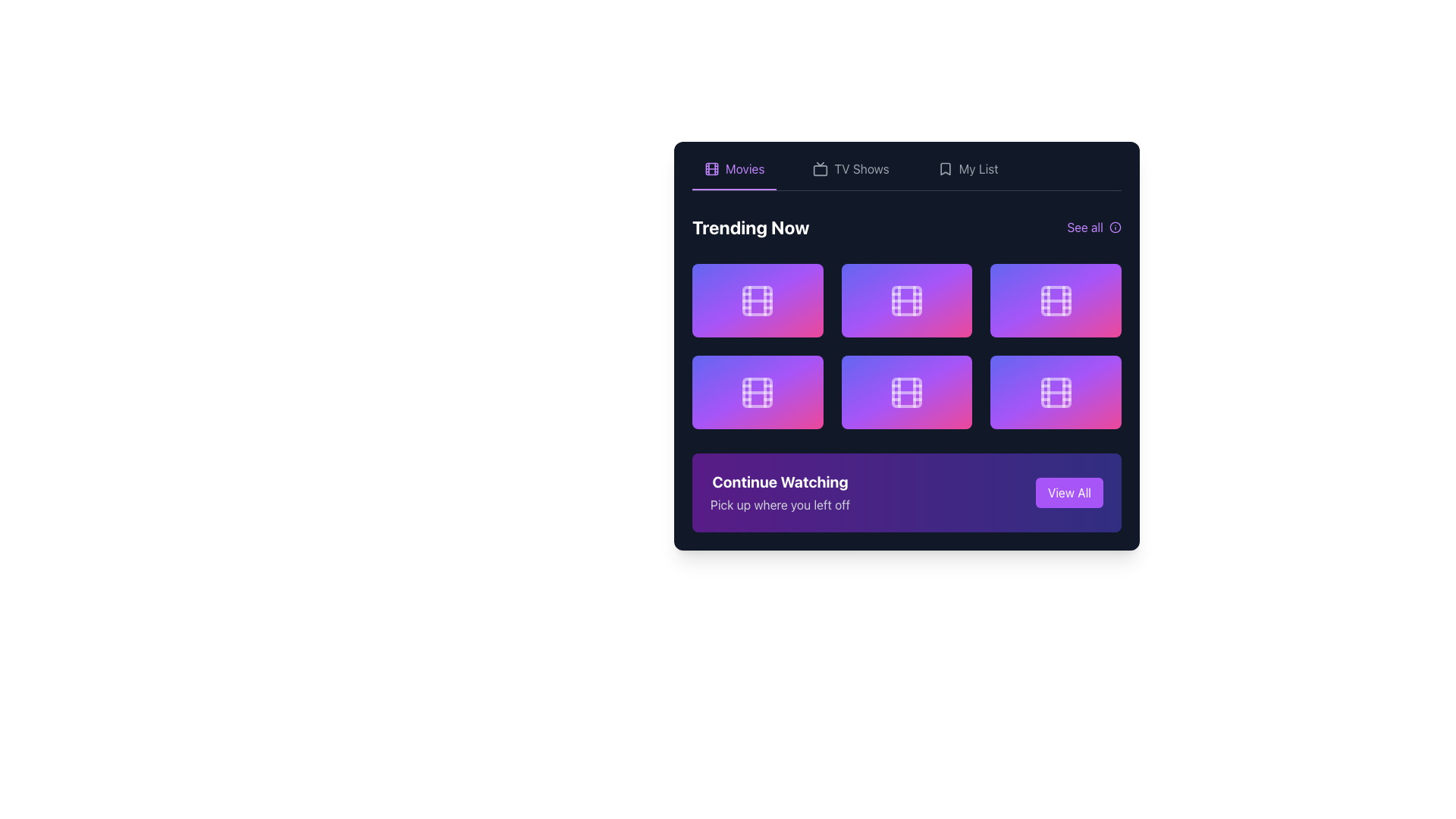 This screenshot has height=819, width=1456. What do you see at coordinates (906, 391) in the screenshot?
I see `around the decorative film strip icon in the thumbnail region of the 'Trending Now' section` at bounding box center [906, 391].